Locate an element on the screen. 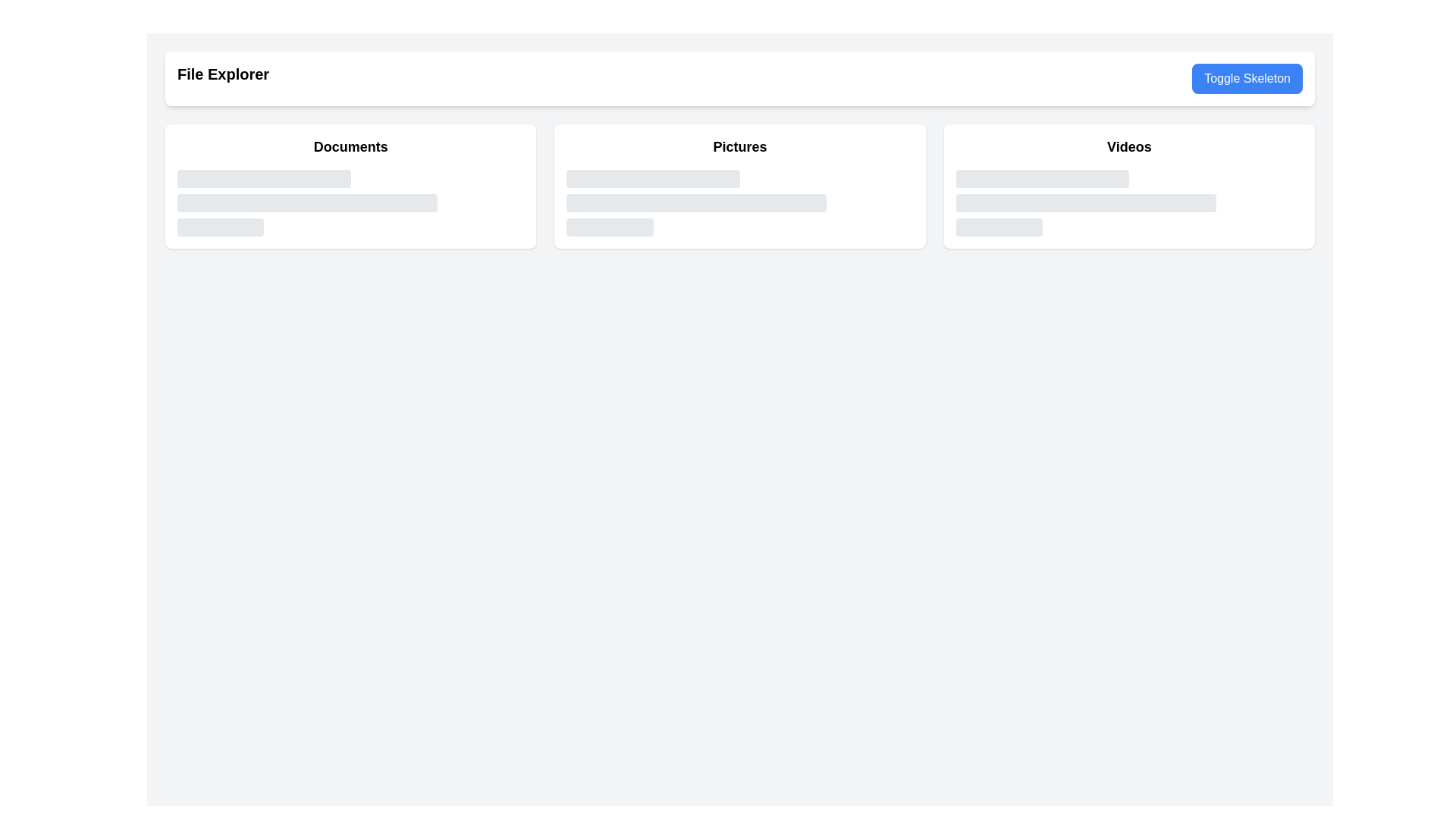  the 'Videos' card located on the rightmost side of the second row is located at coordinates (1129, 186).